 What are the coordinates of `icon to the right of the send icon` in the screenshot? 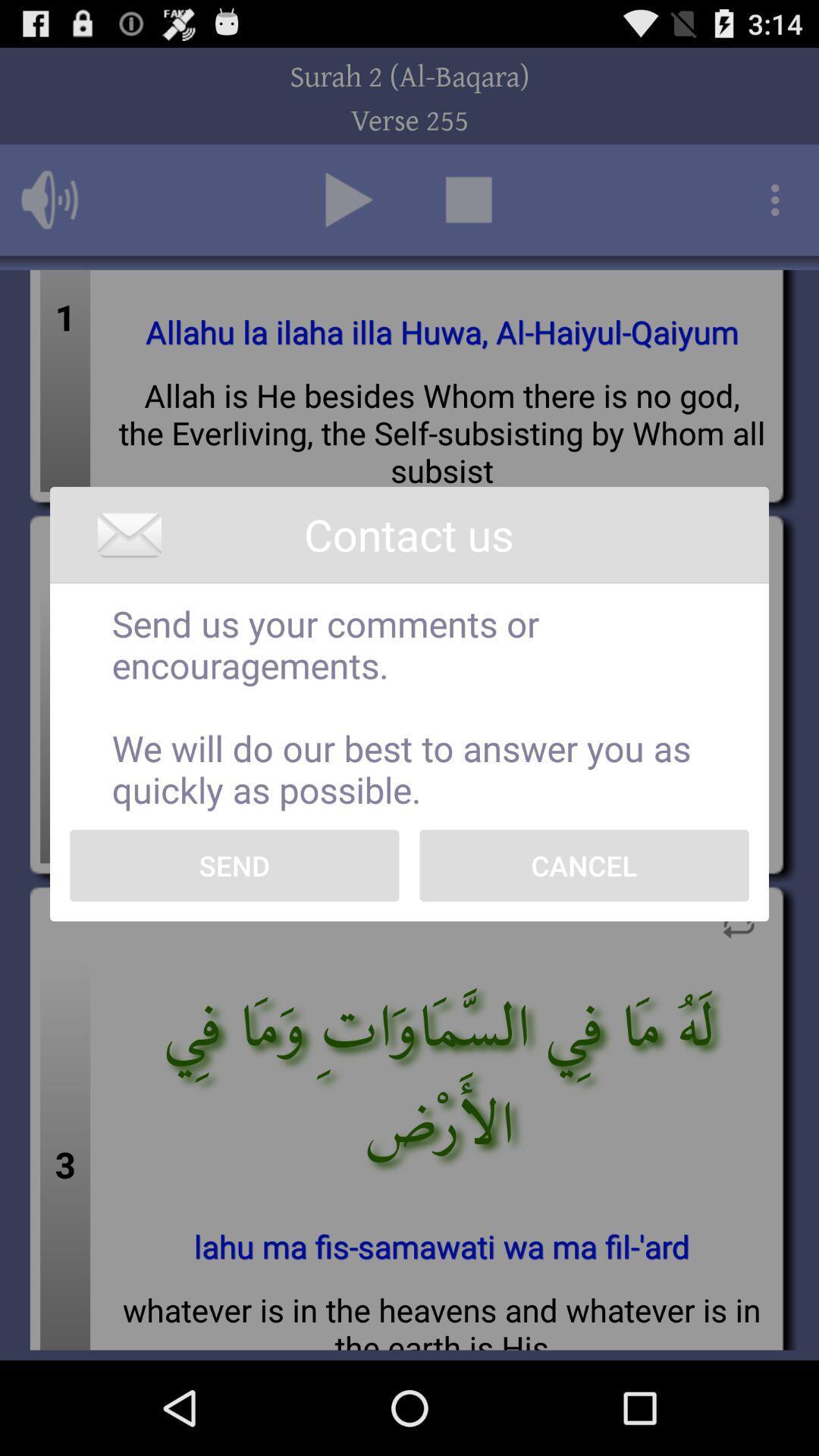 It's located at (583, 865).